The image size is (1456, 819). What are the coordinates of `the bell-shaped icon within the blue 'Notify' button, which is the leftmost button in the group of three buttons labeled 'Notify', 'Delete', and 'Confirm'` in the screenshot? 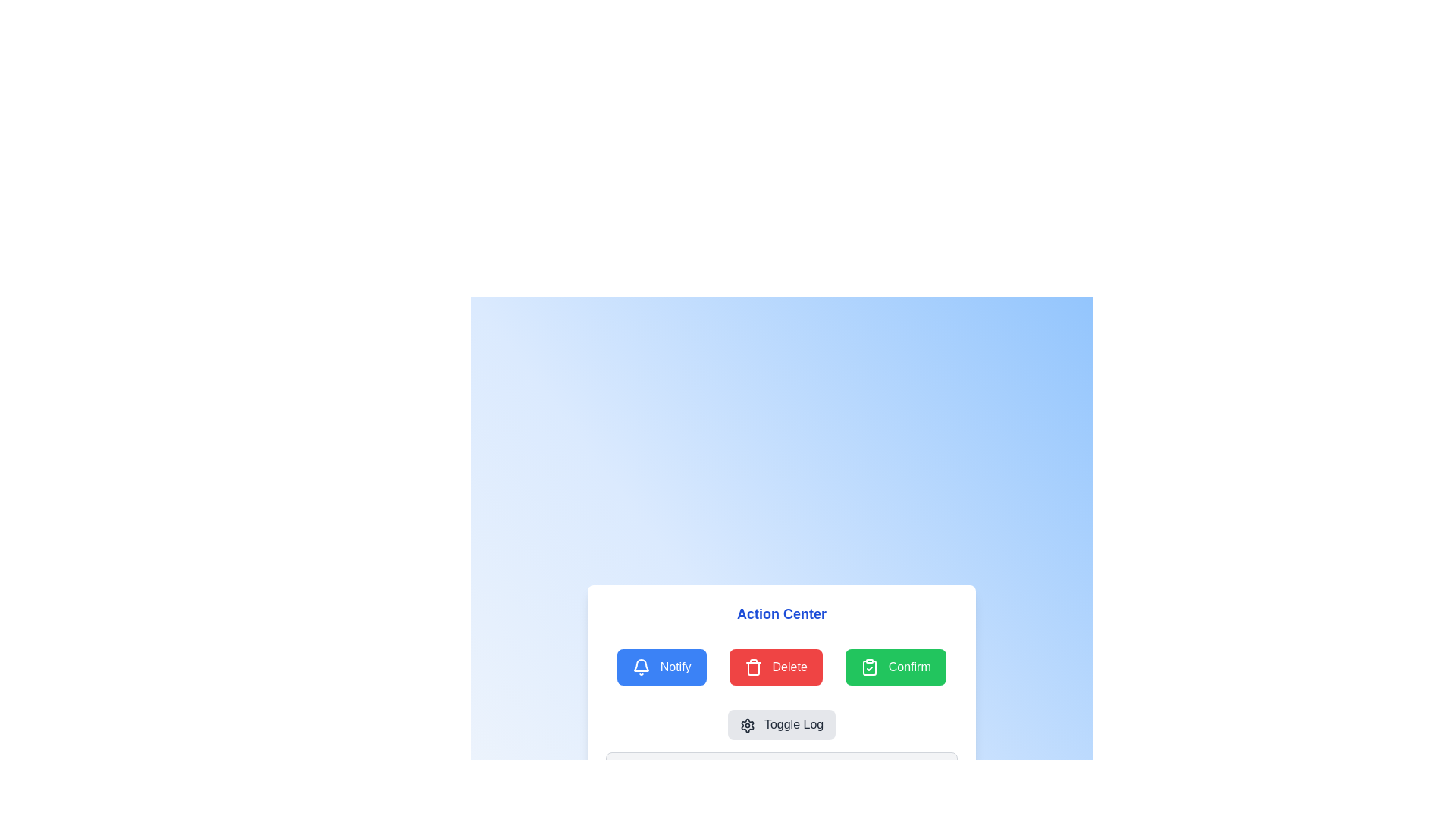 It's located at (642, 664).